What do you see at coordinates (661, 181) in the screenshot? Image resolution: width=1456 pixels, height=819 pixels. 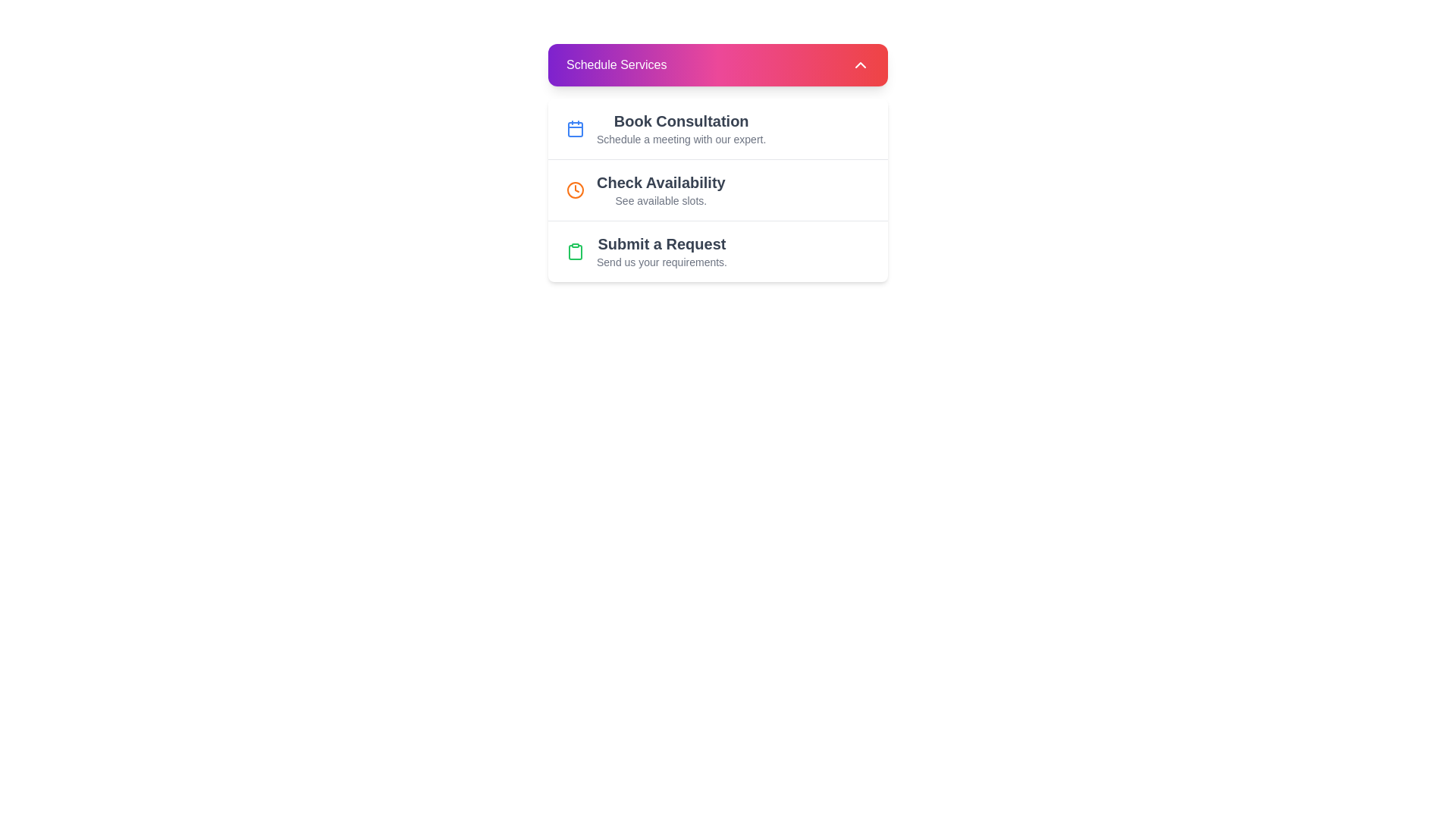 I see `the text label that serves as a title for the clickable menu option related to checking availability, which is the second item in the vertical list menu` at bounding box center [661, 181].